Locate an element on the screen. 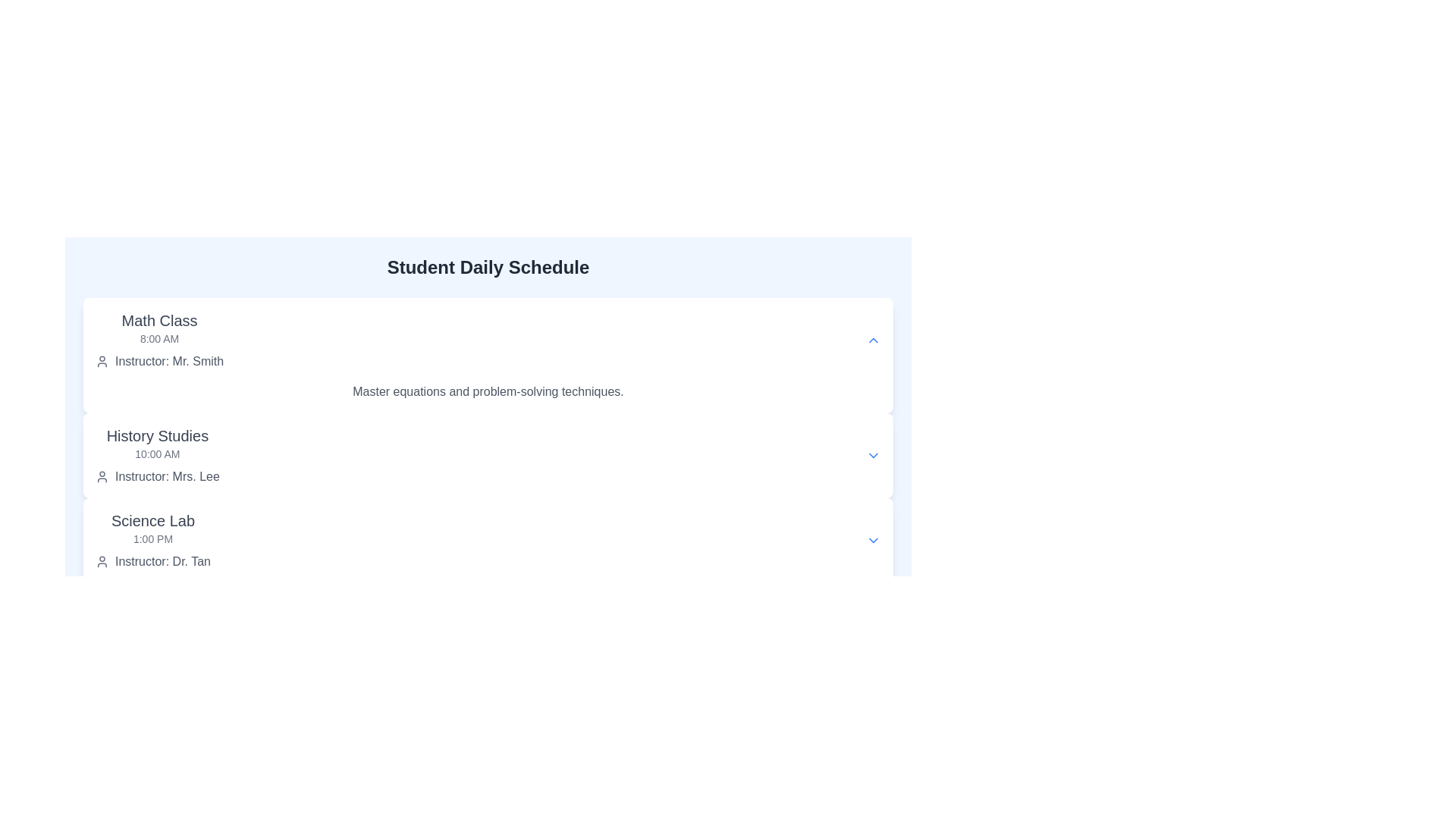 The image size is (1456, 819). the small blue upward arrow icon button located in the 'Math Class' section is located at coordinates (874, 339).